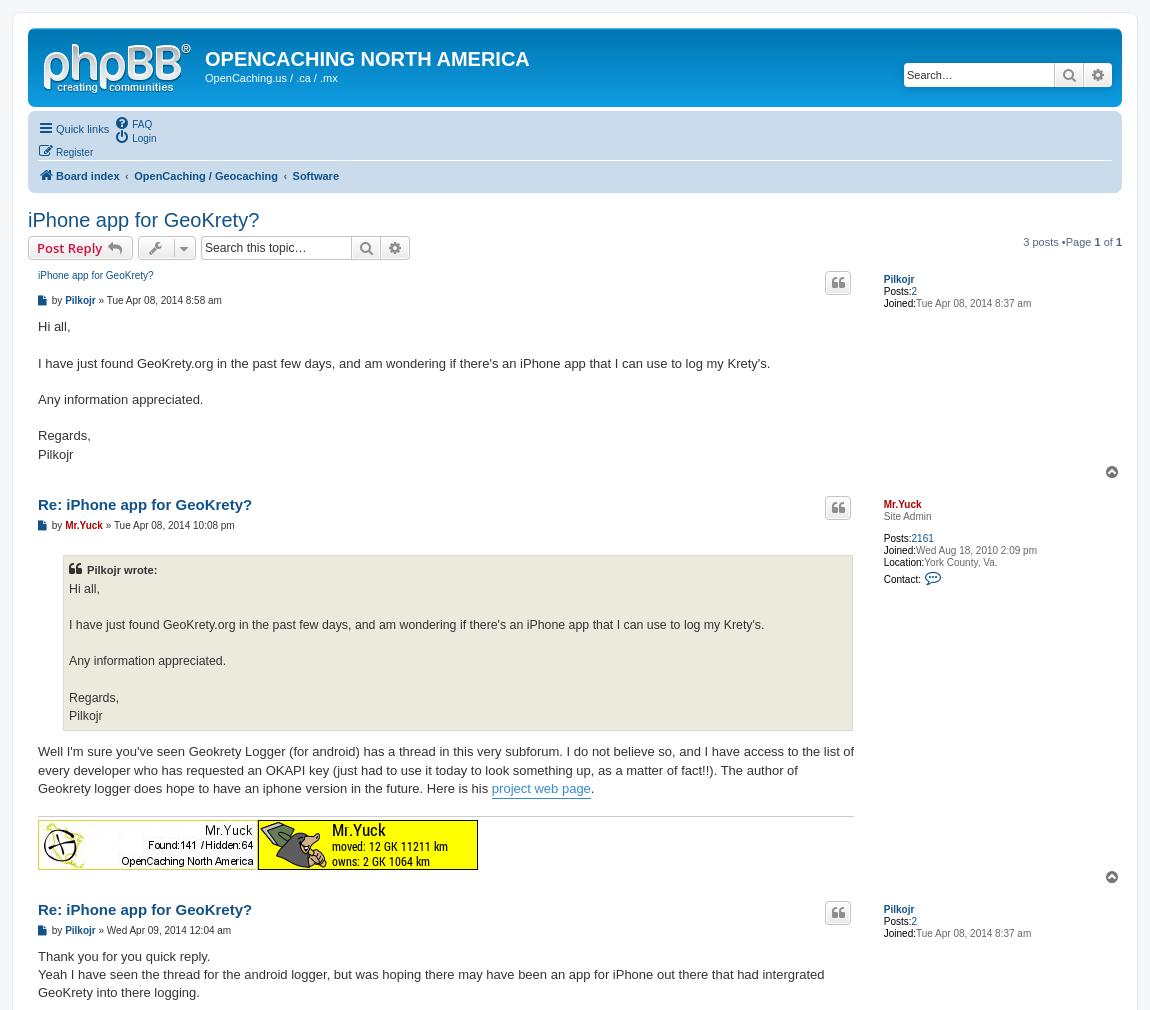 The width and height of the screenshot is (1150, 1010). Describe the element at coordinates (172, 524) in the screenshot. I see `'Tue Apr 08, 2014 10:08 pm'` at that location.